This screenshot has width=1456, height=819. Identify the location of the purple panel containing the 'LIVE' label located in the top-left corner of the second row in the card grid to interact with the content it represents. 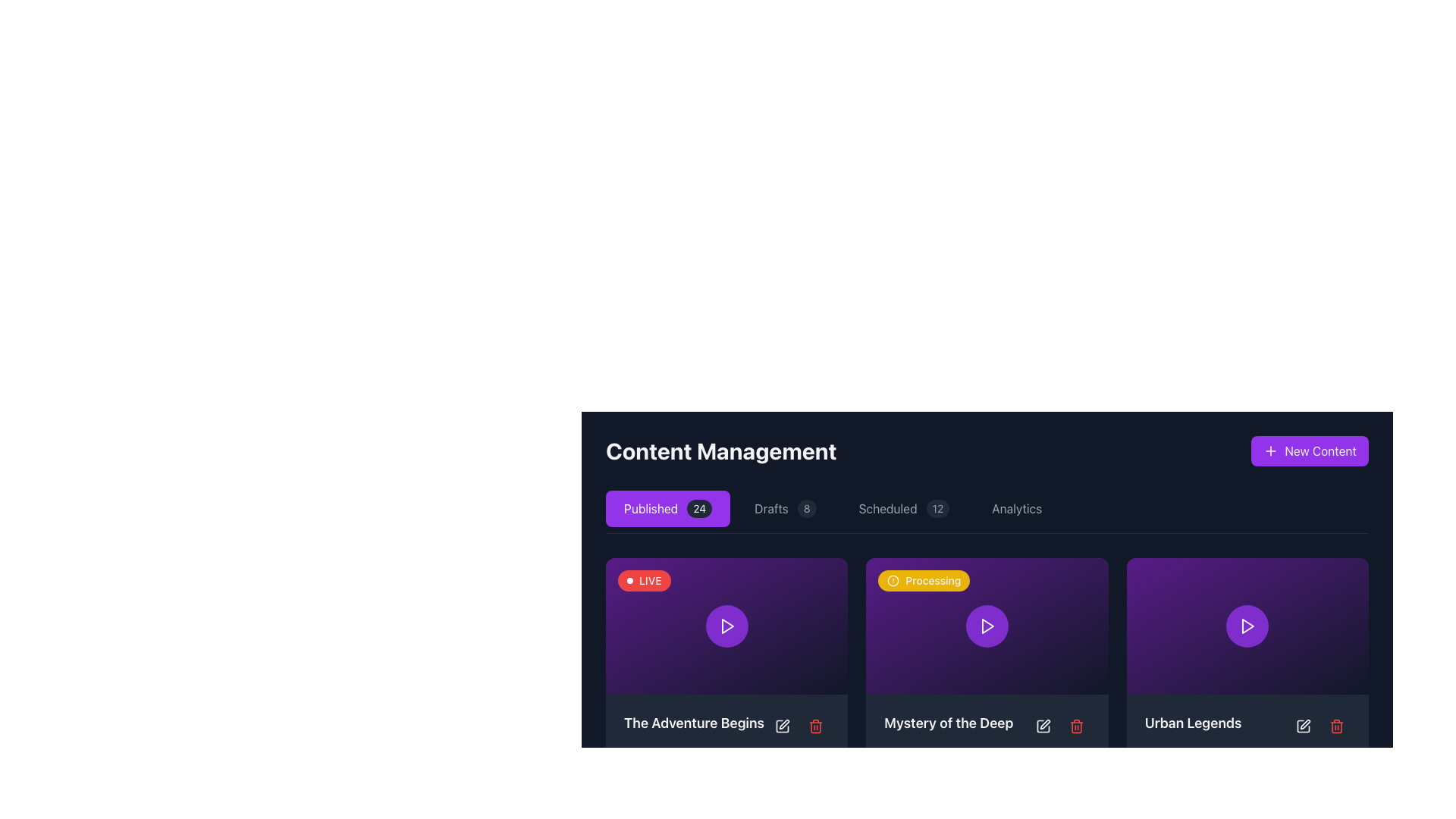
(644, 580).